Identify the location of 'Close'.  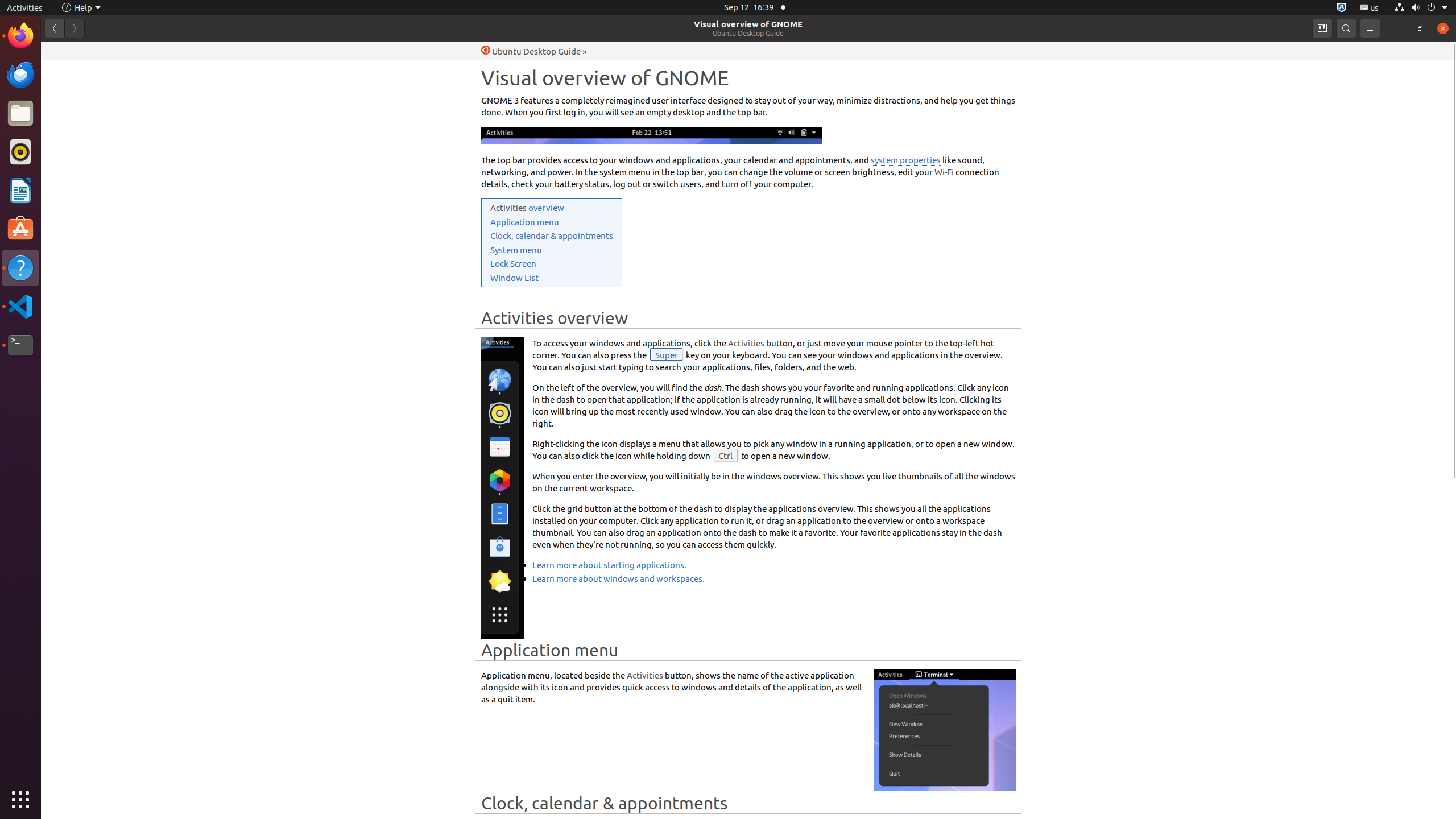
(1442, 28).